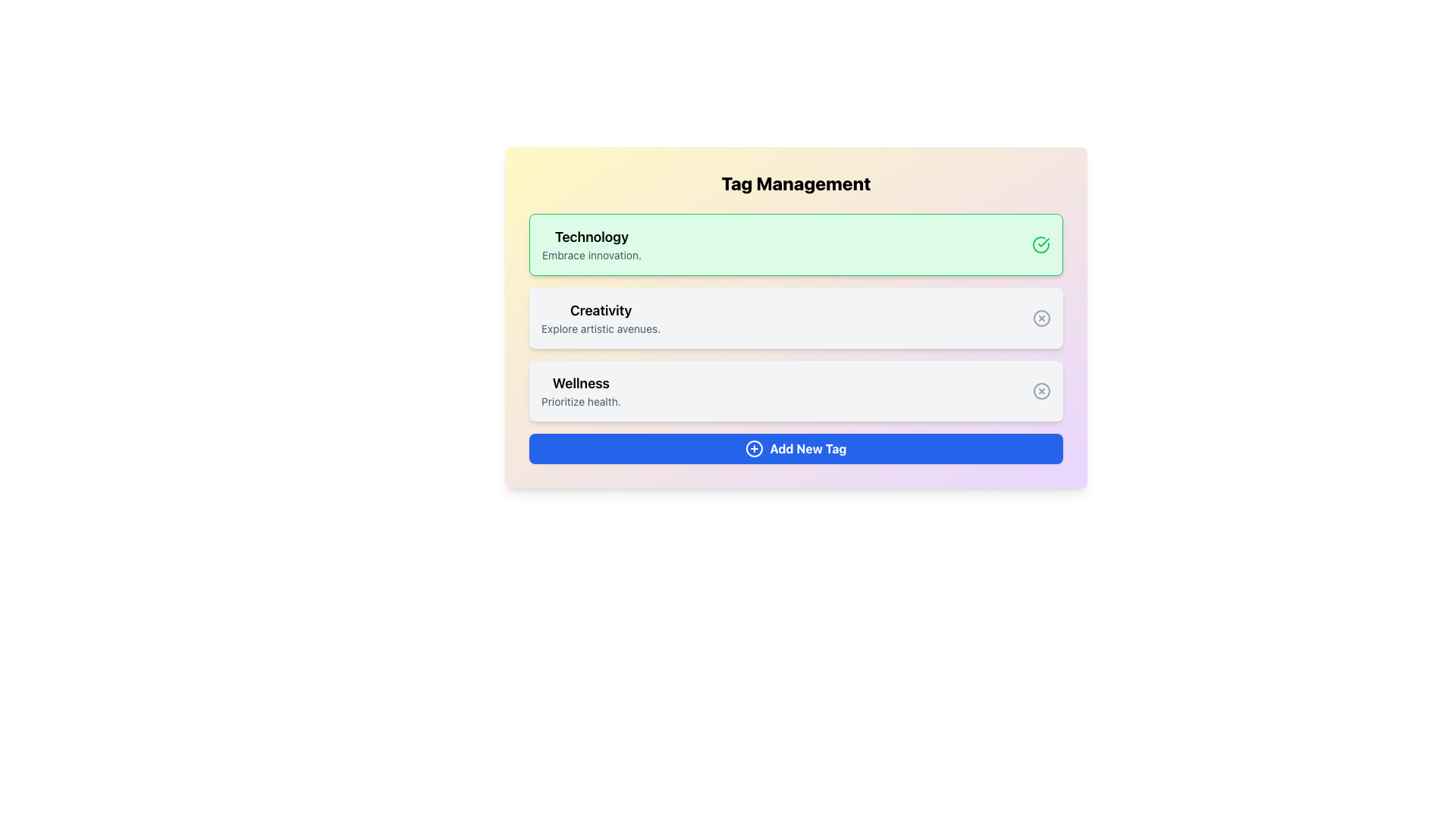  What do you see at coordinates (1040, 244) in the screenshot?
I see `the icon that indicates the selected state of the 'Technology' tag, located in the top section of the 'Tag Management' interface, to the far right of the 'Technology' tag bar with a green background` at bounding box center [1040, 244].